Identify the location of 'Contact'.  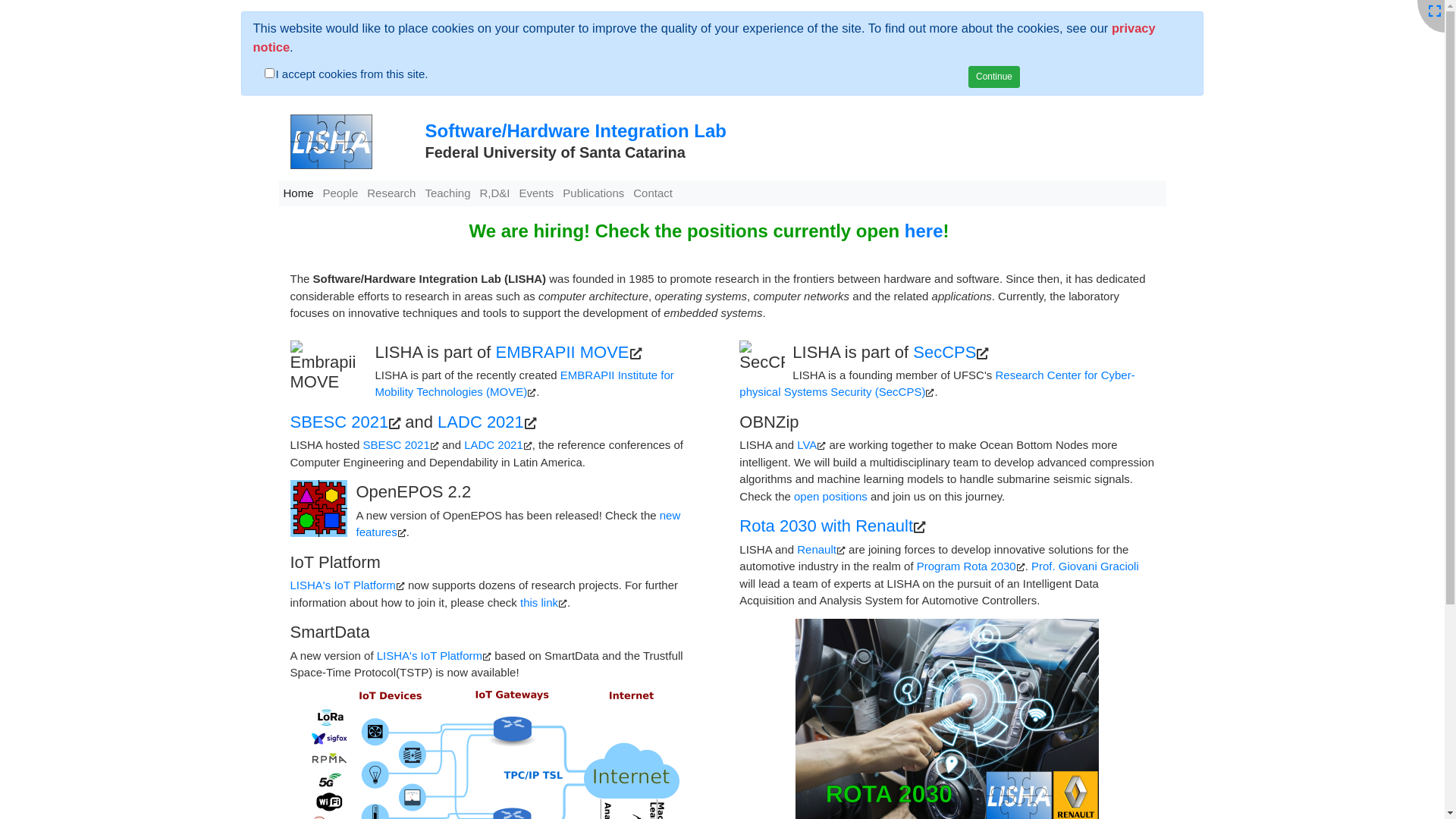
(652, 193).